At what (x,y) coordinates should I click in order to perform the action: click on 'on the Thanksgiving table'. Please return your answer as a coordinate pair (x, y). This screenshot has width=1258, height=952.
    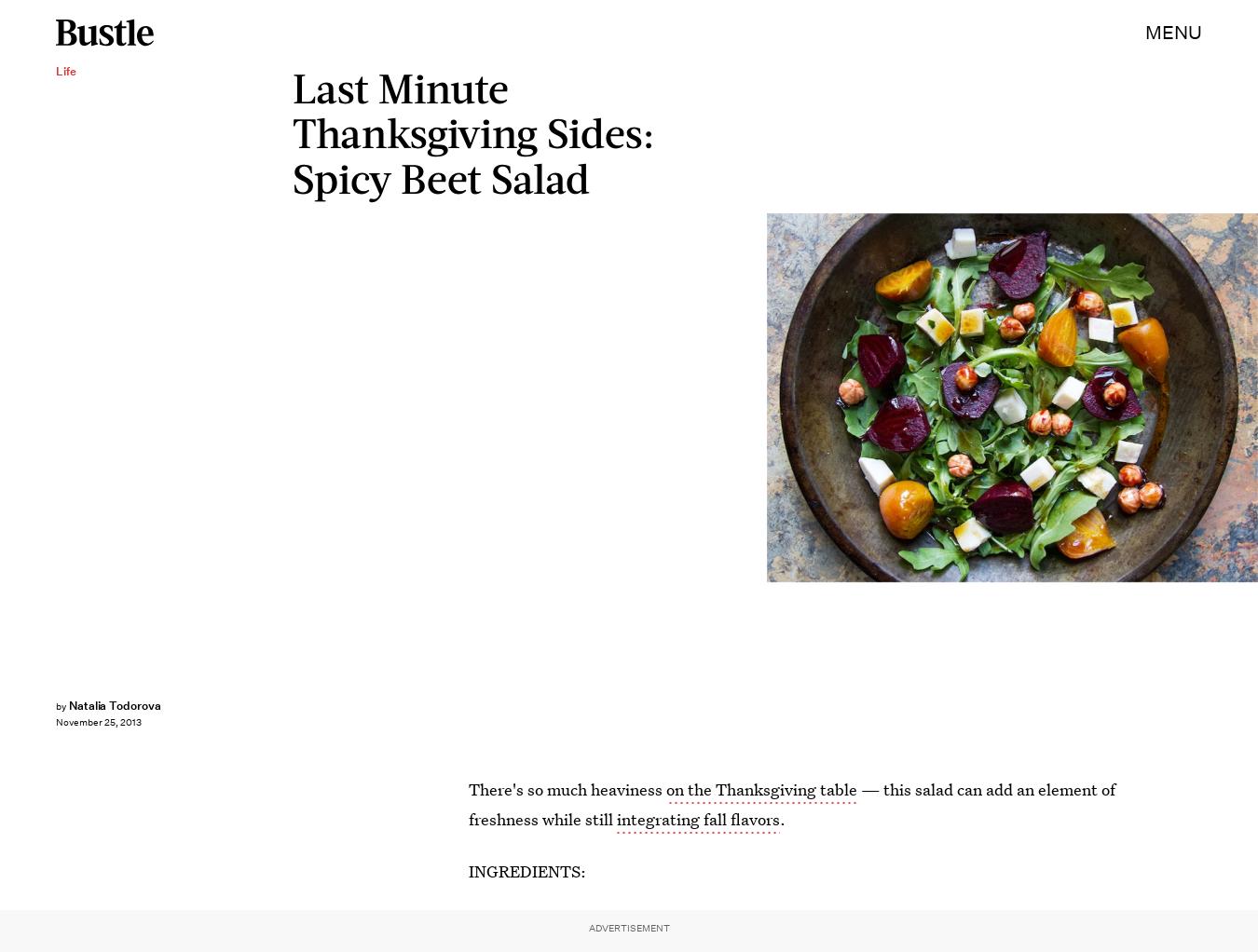
    Looking at the image, I should click on (761, 789).